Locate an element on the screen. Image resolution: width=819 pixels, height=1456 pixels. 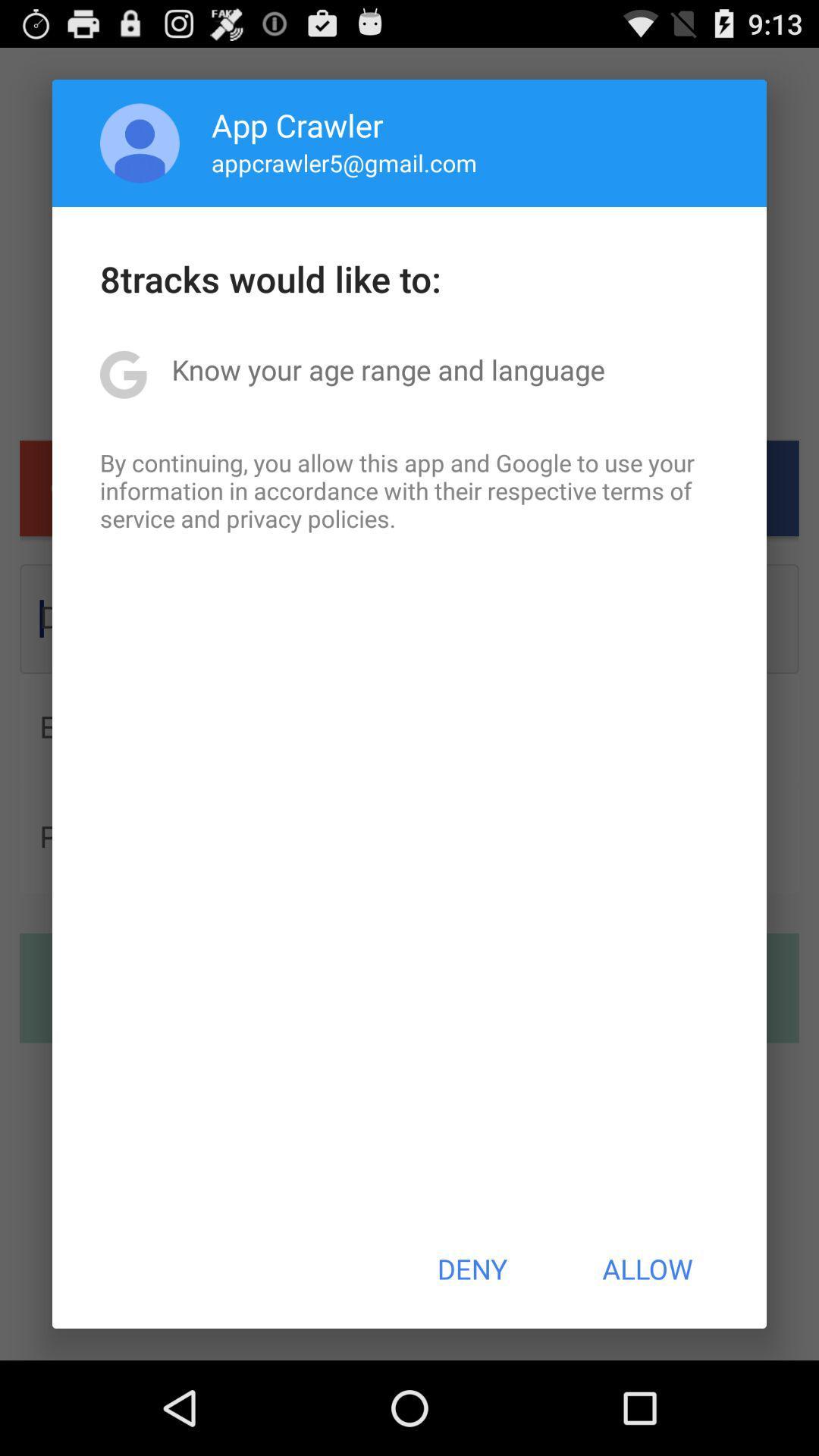
the icon below the app crawler app is located at coordinates (344, 162).